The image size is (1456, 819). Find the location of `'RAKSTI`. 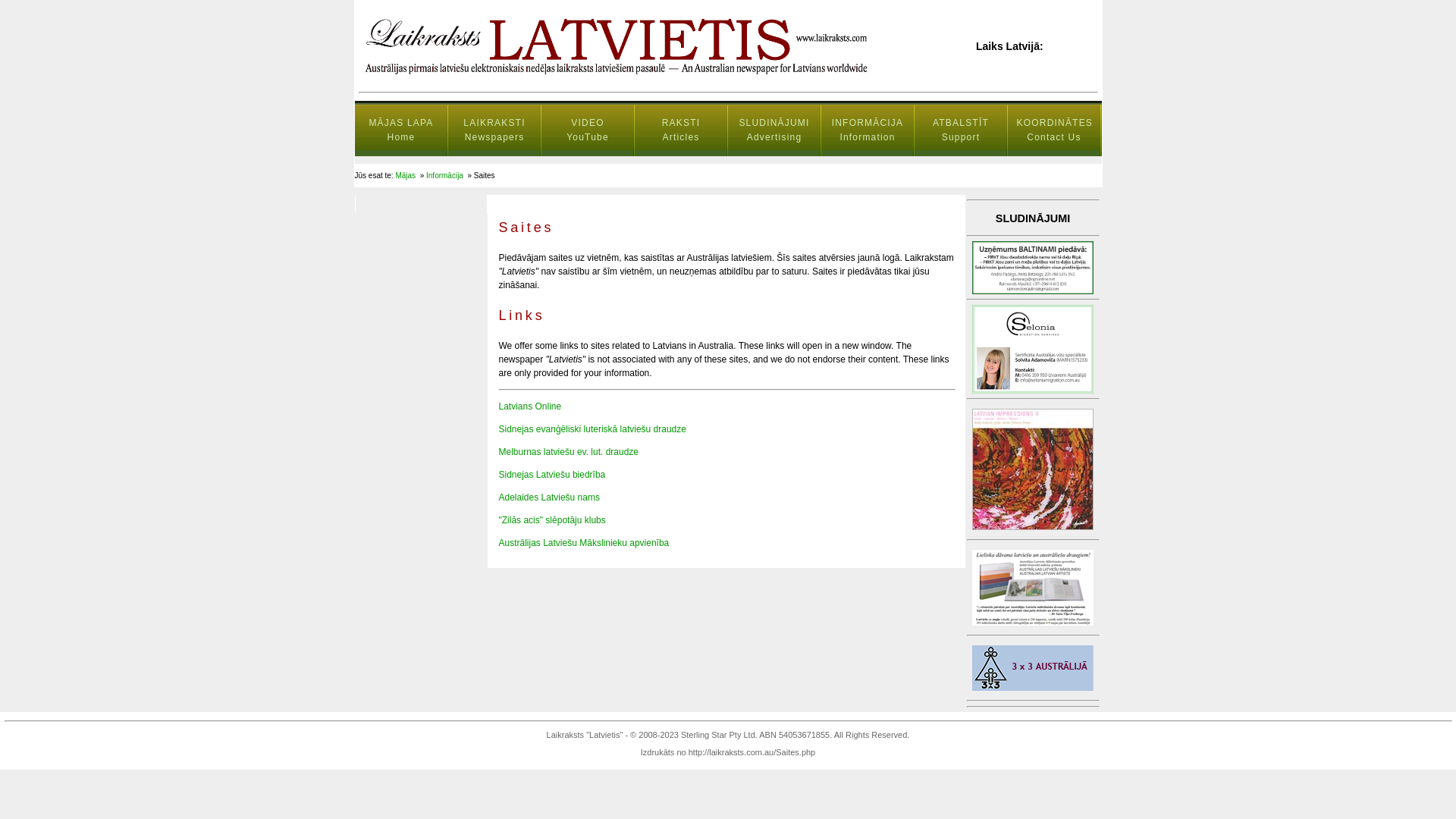

'RAKSTI is located at coordinates (633, 130).